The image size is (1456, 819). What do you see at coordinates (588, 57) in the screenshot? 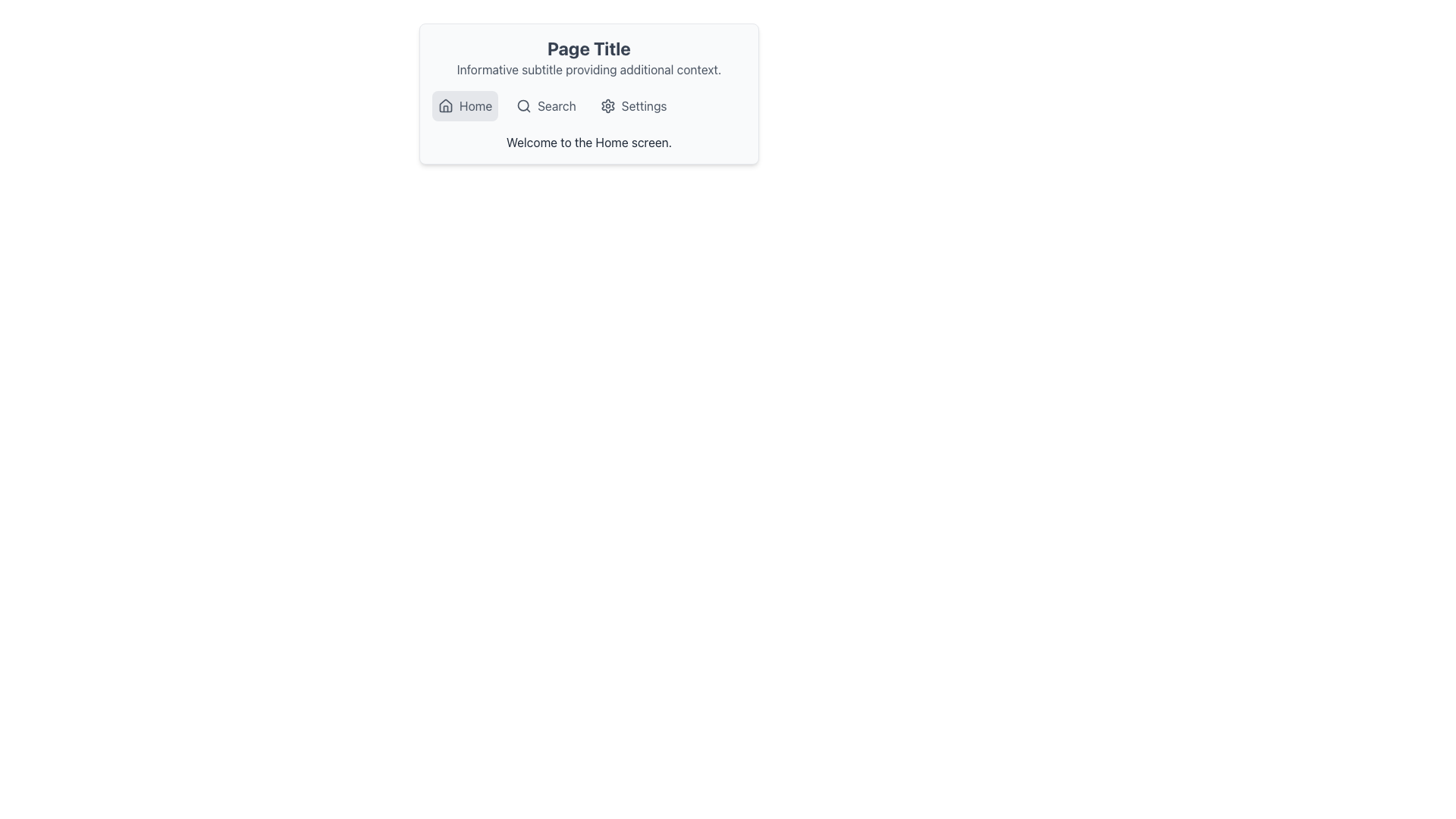
I see `the text block titled 'Page Title' with subtitle` at bounding box center [588, 57].